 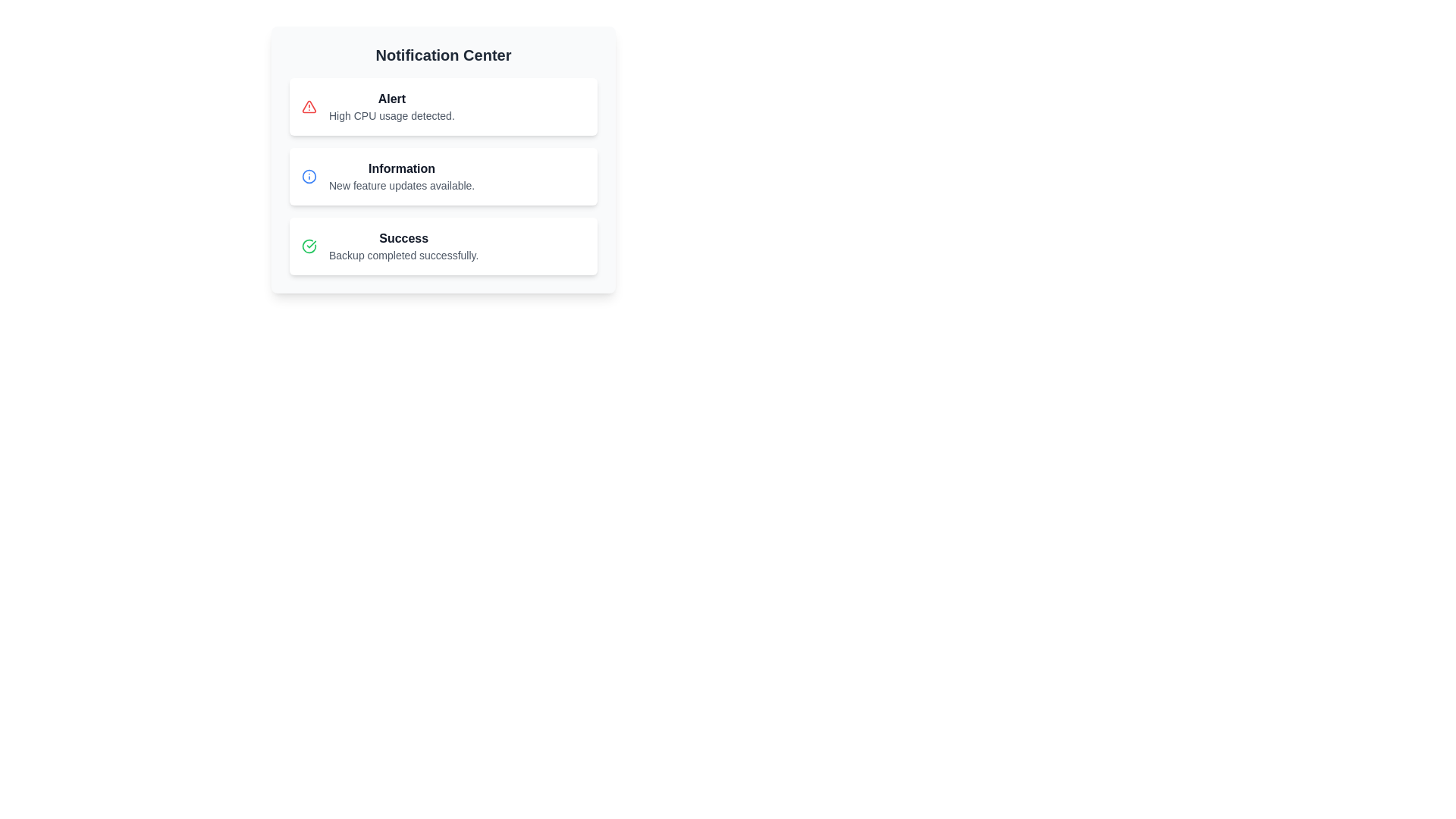 What do you see at coordinates (443, 106) in the screenshot?
I see `notification message from the high CPU usage notification card, which is the first card in the vertically stacked list of notifications` at bounding box center [443, 106].